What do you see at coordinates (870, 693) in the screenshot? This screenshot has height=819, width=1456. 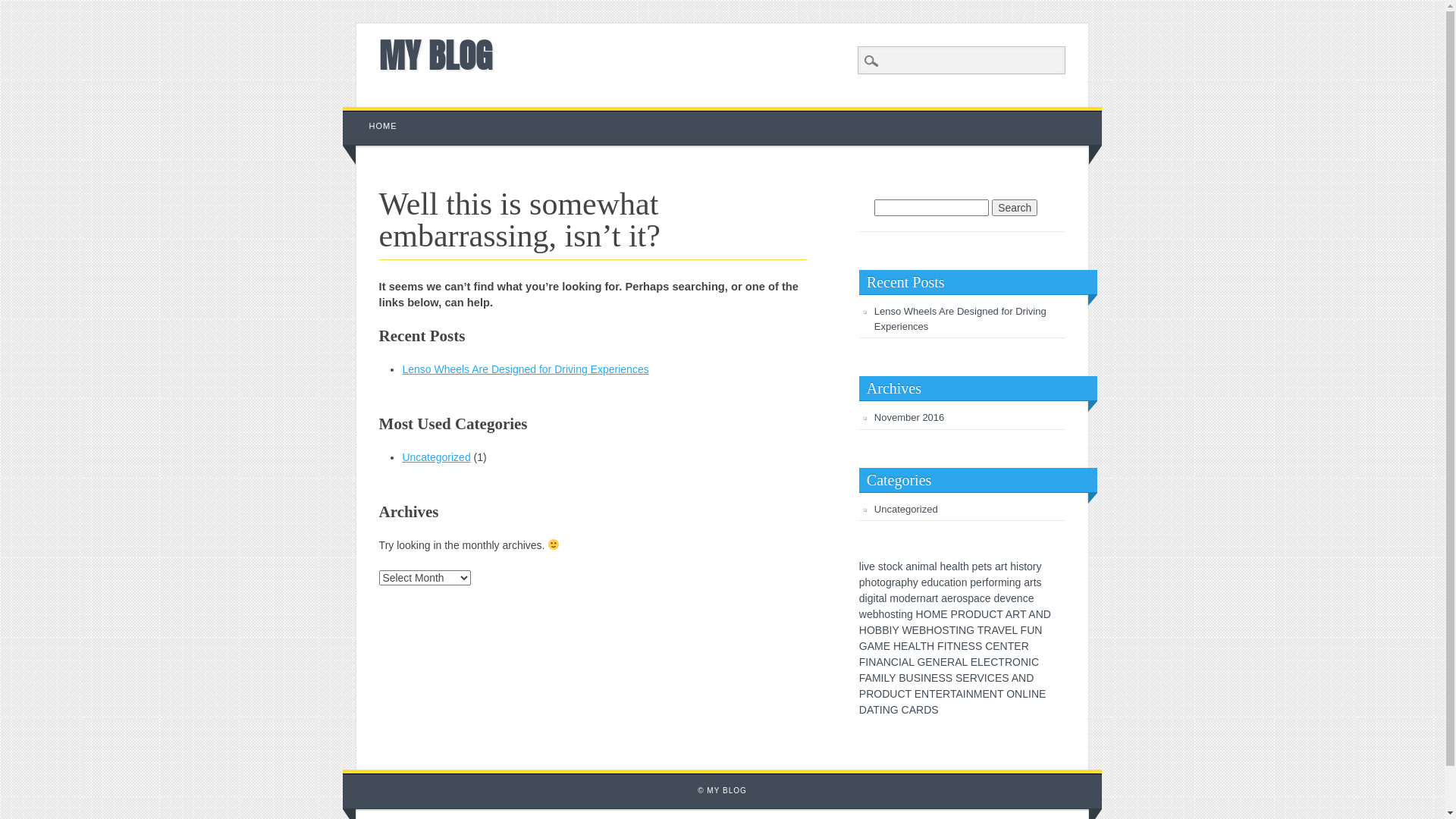 I see `'R'` at bounding box center [870, 693].